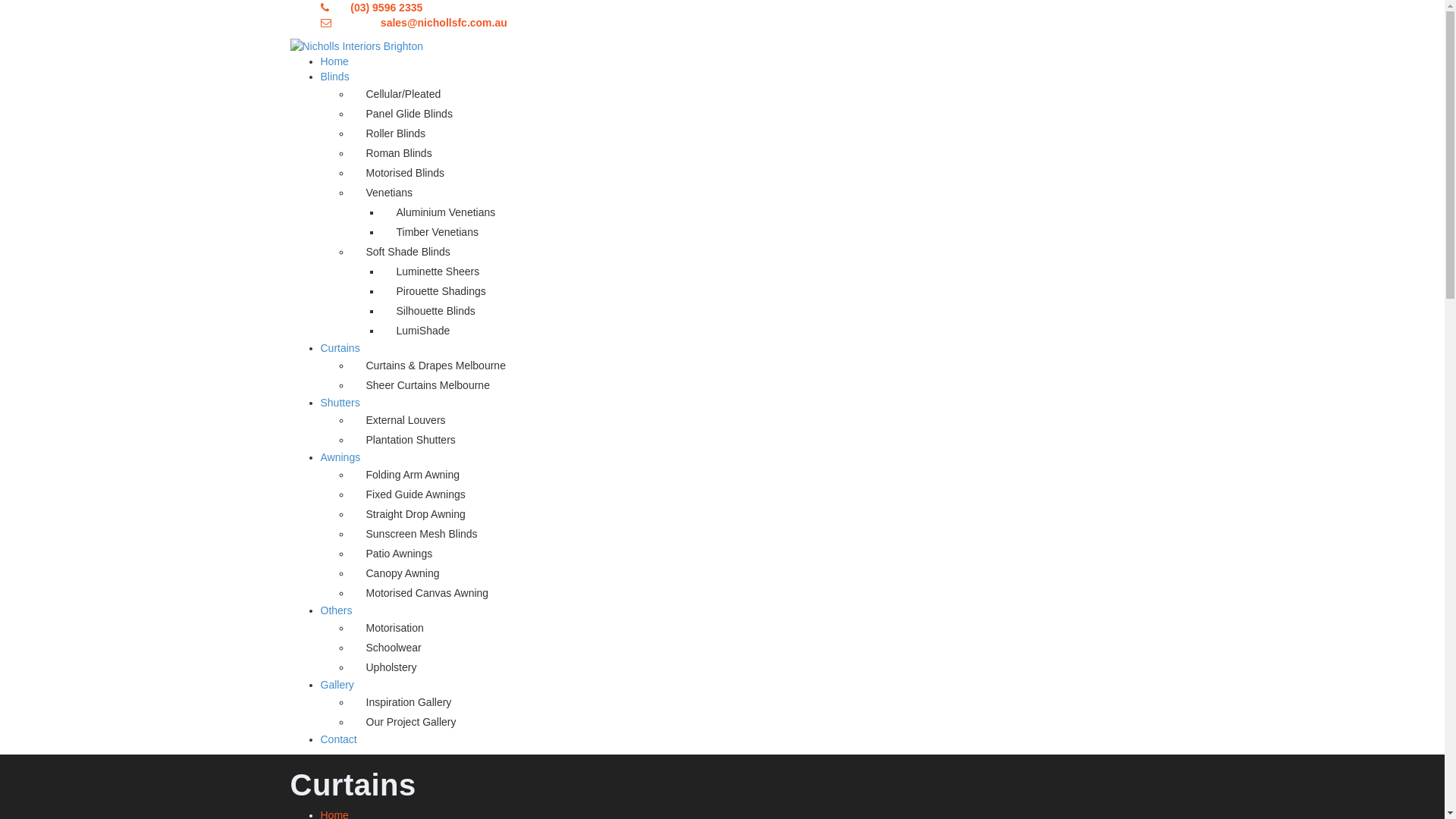 The image size is (1456, 819). What do you see at coordinates (333, 61) in the screenshot?
I see `'Home'` at bounding box center [333, 61].